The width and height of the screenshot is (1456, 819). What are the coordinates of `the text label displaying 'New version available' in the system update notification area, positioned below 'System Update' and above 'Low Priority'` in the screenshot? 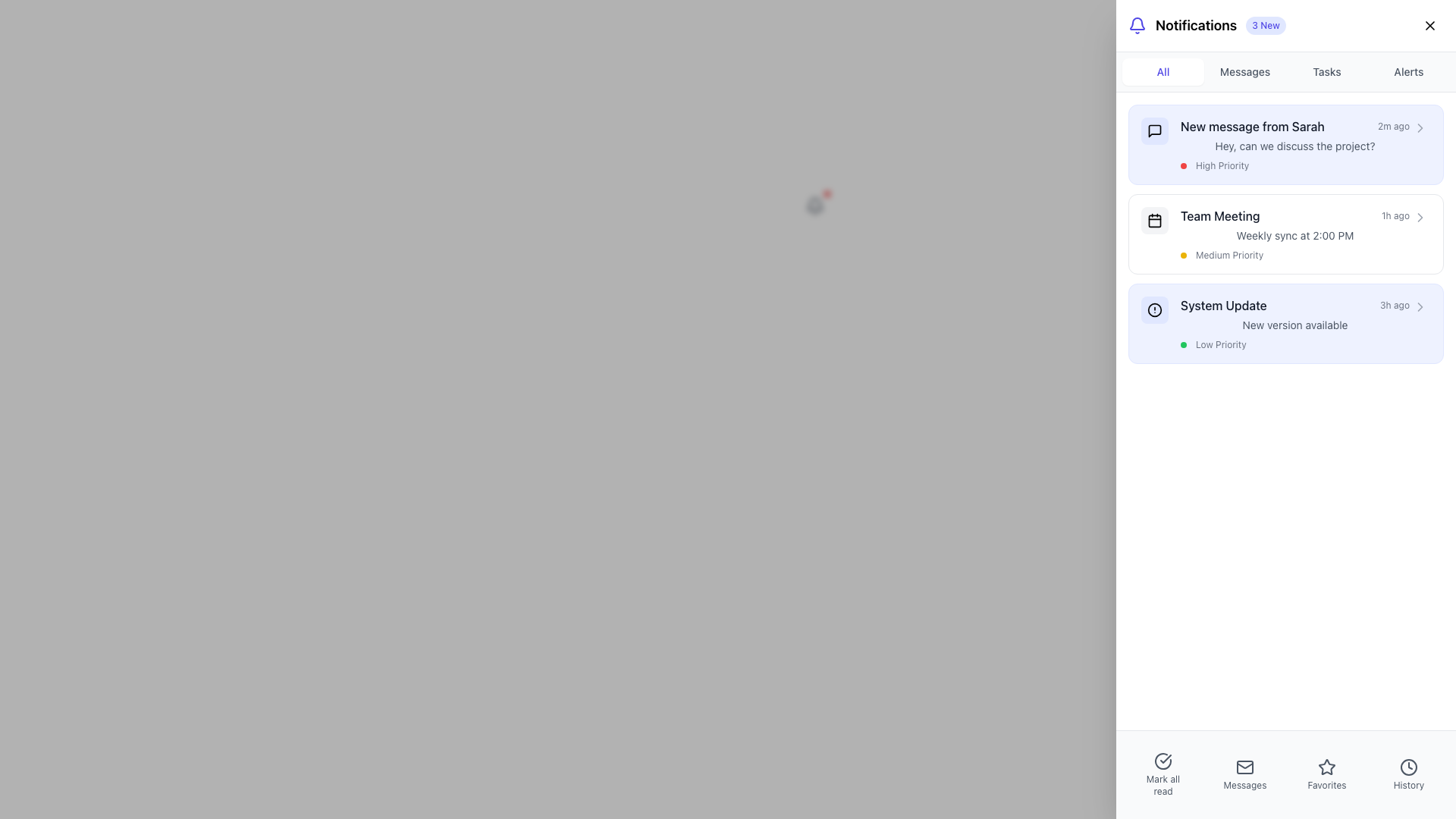 It's located at (1294, 324).